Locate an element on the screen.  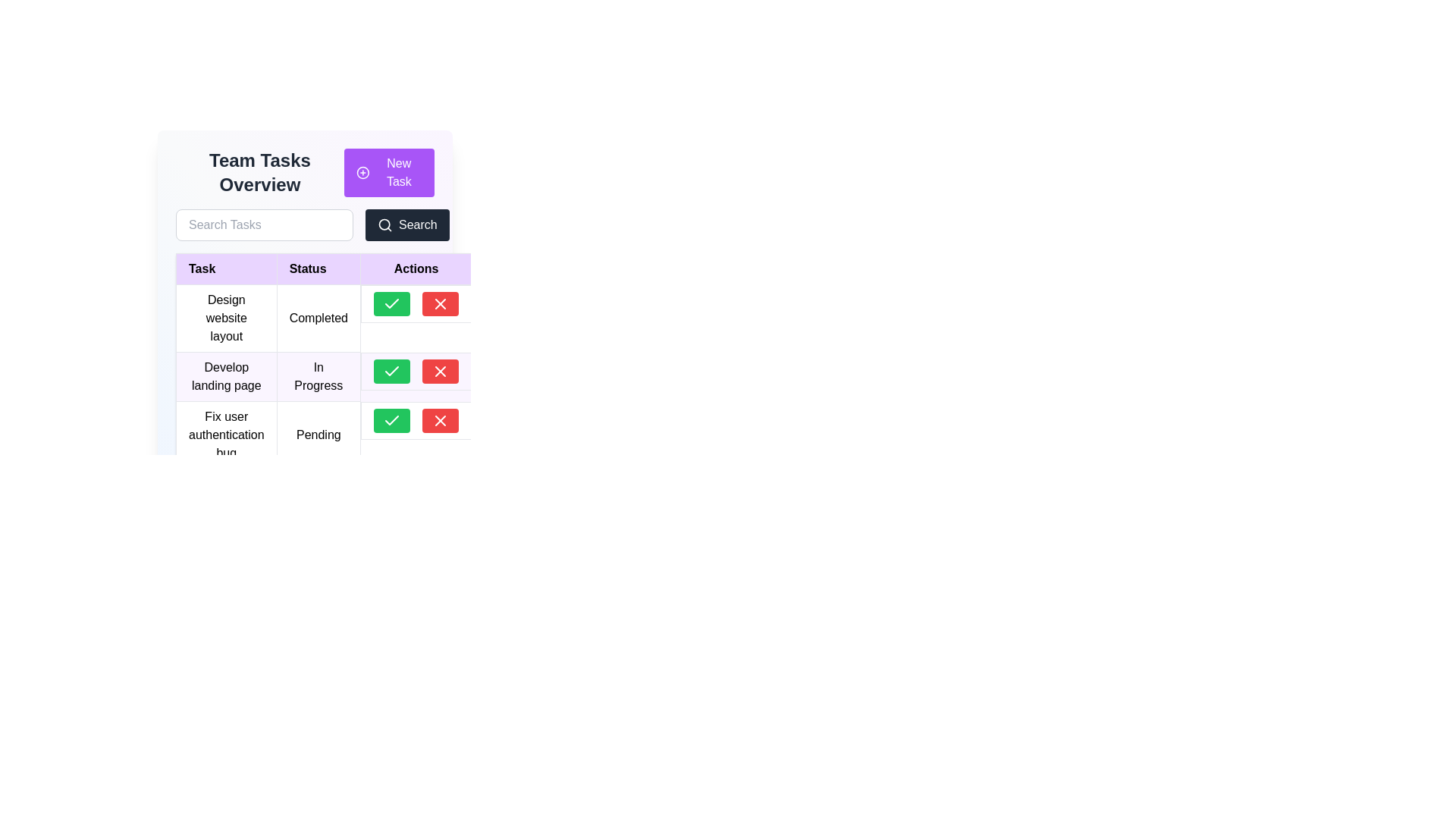
the magnifying glass icon within the 'Search' button is located at coordinates (385, 225).